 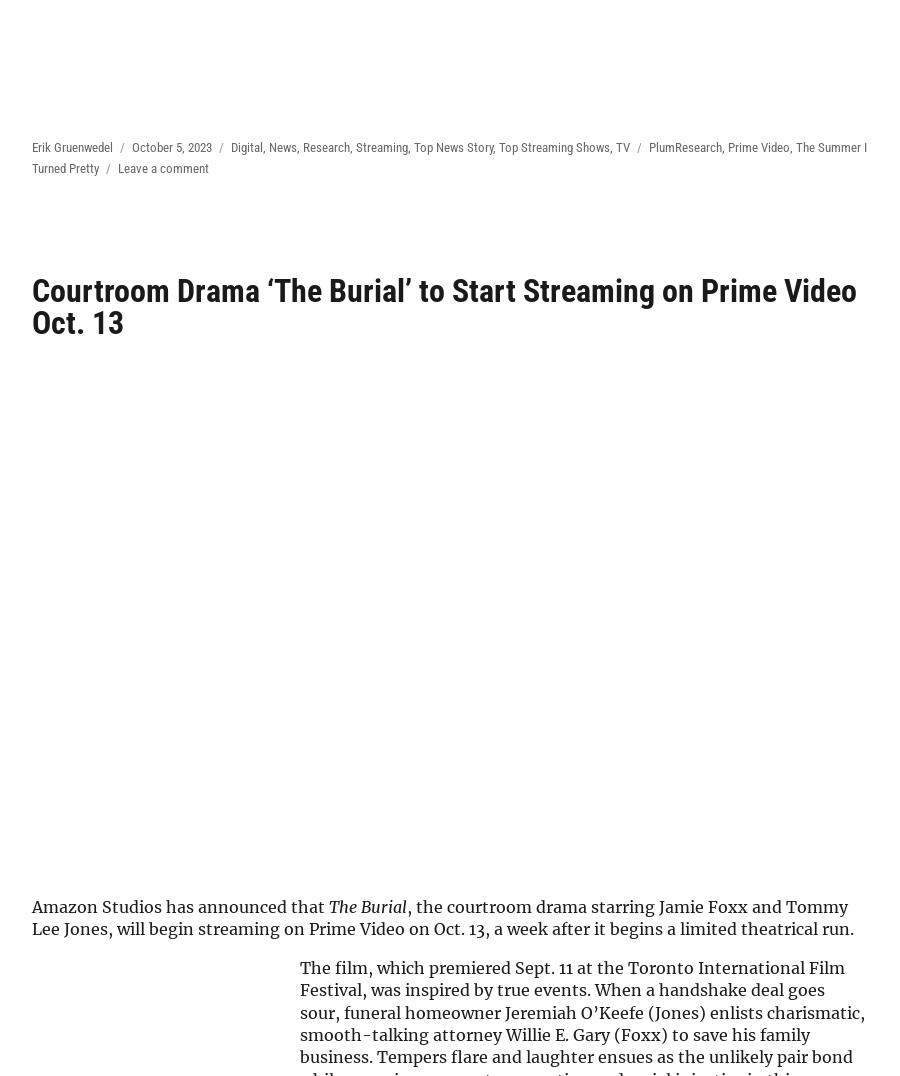 I want to click on ', the courtroom drama starring Jamie Foxx and Tommy Lee Jones, will begin streaming on Prime Video on Oct. 13, a week after it begins a limited theatrical run.', so click(x=31, y=917).